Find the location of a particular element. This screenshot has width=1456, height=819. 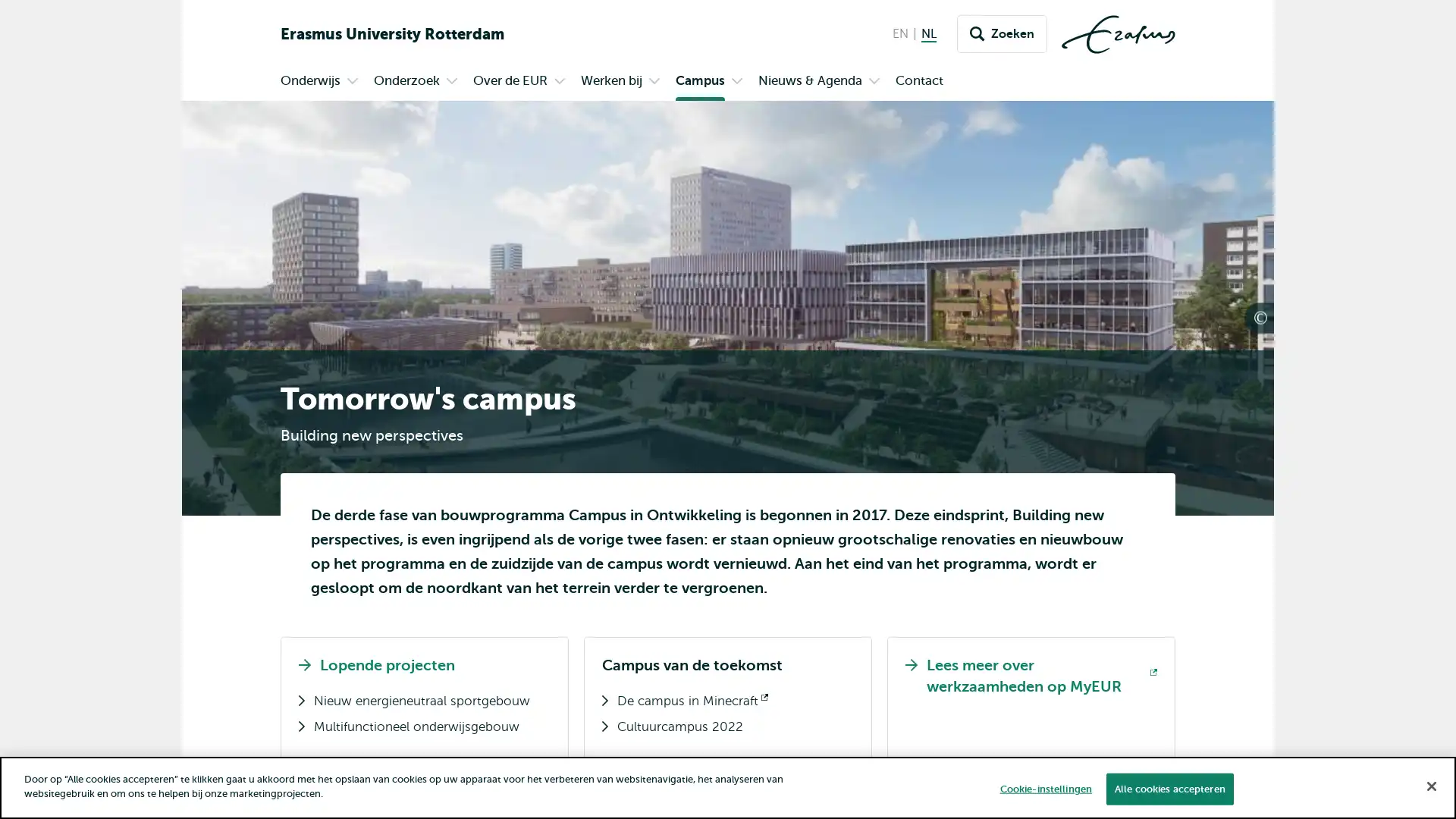

Sluiten is located at coordinates (1430, 785).